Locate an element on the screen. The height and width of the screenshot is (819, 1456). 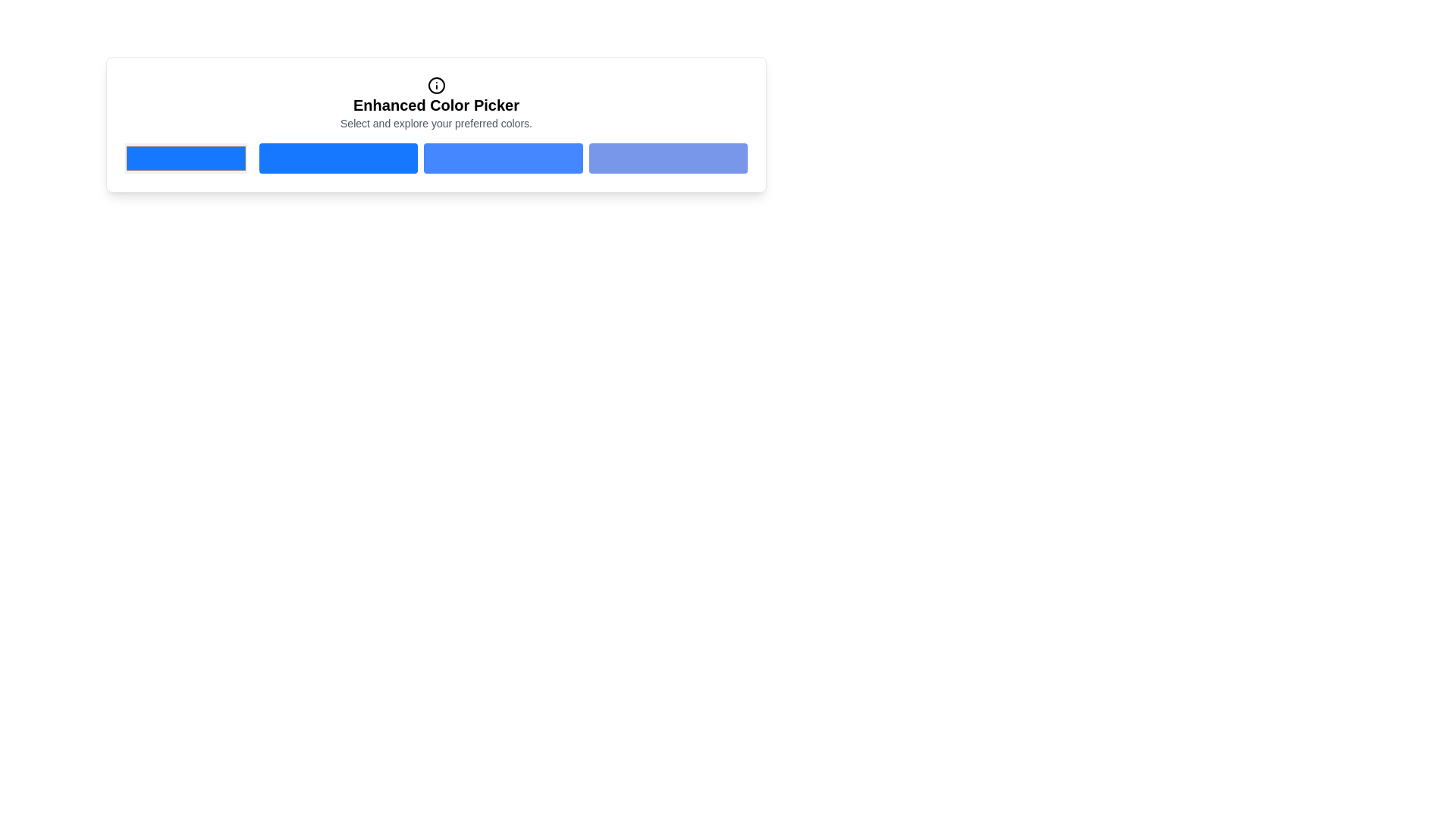
the 'info' icon represented by a circular outline with an 'i' symbol, located above the 'Enhanced Color Picker' heading is located at coordinates (435, 85).